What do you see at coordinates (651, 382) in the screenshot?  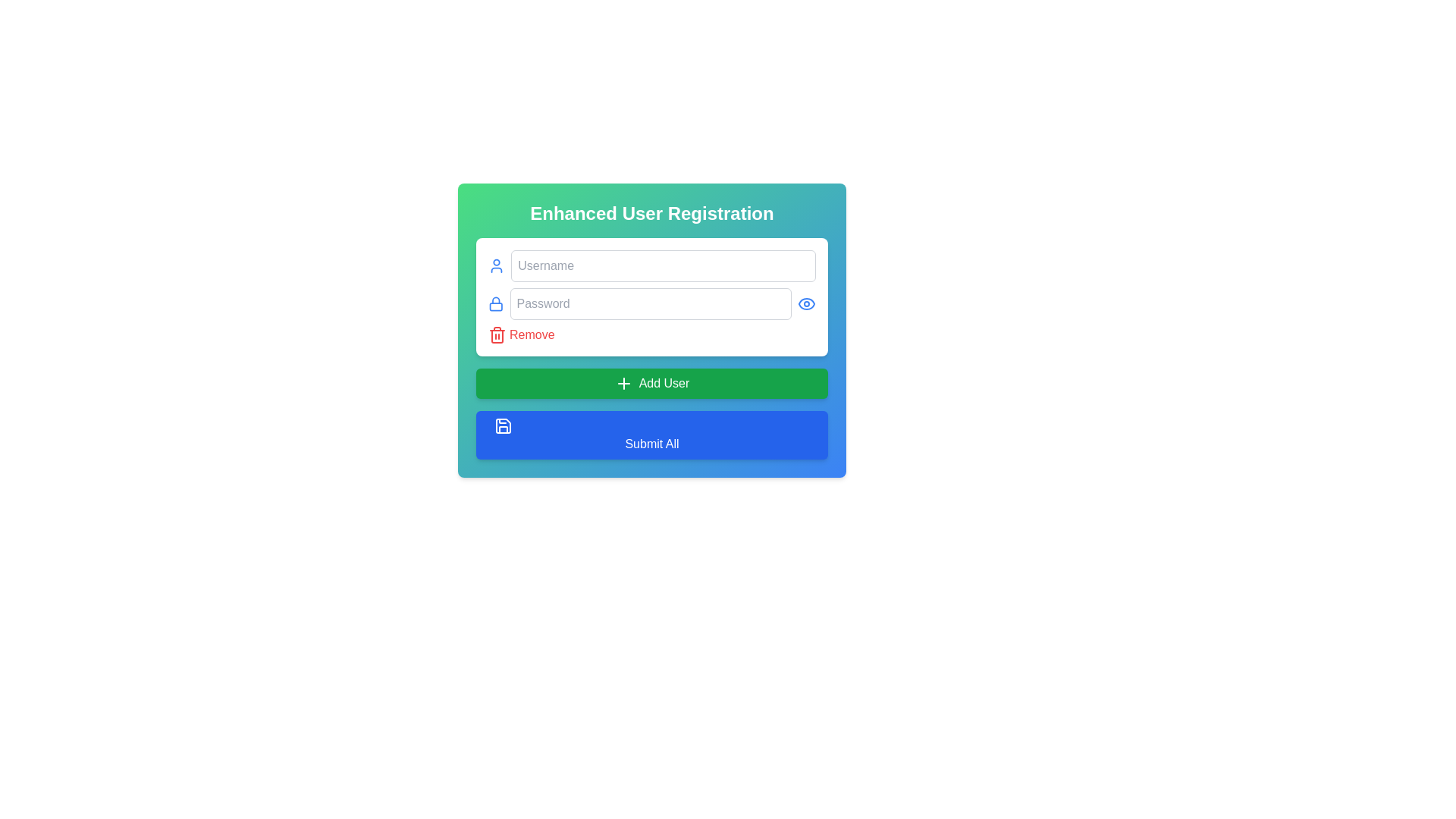 I see `the 'Add User' button, which is a rectangular button with a green background, white plus icon, and white text centered within it` at bounding box center [651, 382].